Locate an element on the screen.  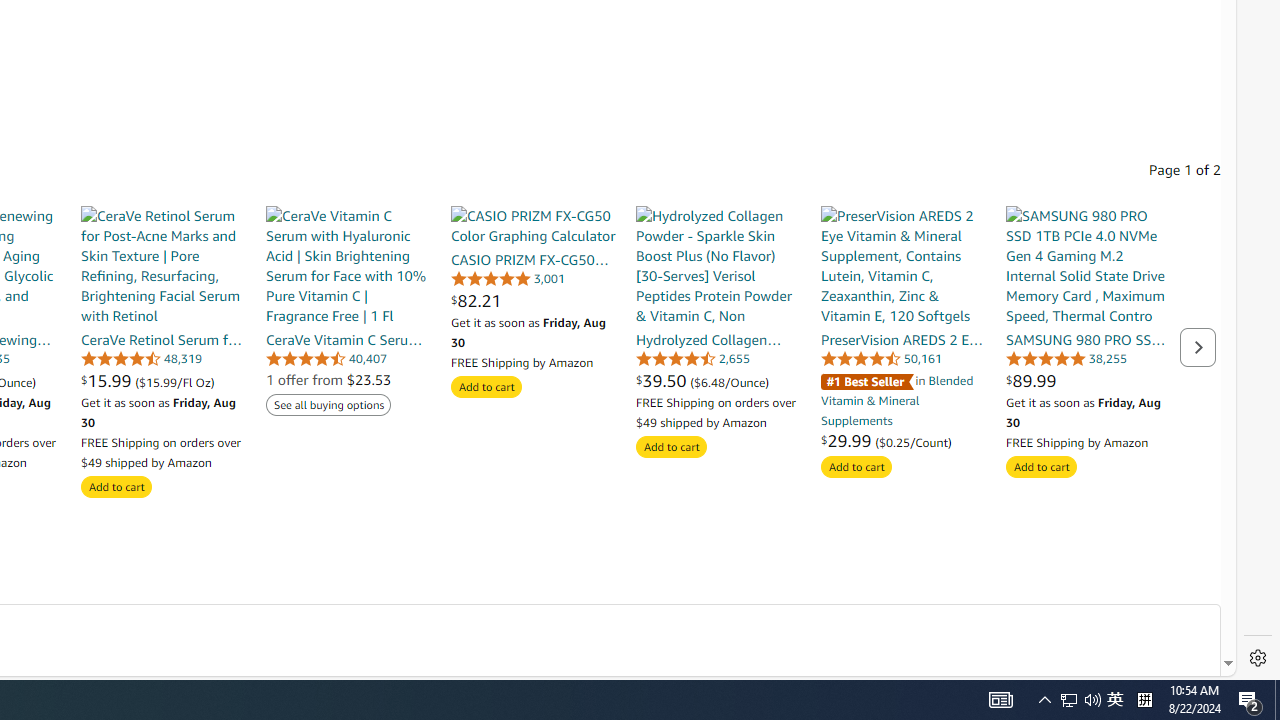
'1 offer from $23.53' is located at coordinates (328, 379).